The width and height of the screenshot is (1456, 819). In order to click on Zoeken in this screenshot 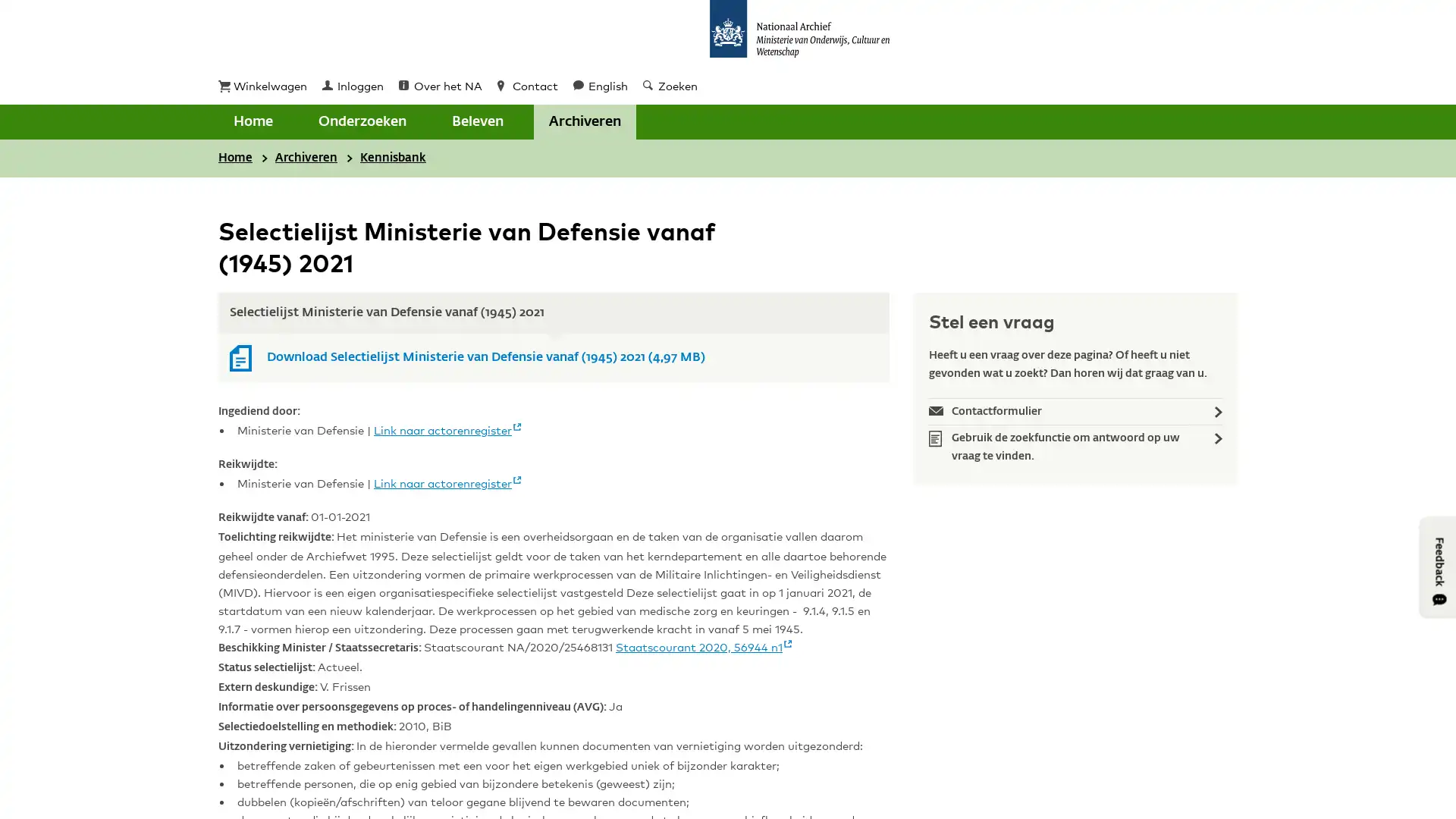, I will do `click(568, 121)`.